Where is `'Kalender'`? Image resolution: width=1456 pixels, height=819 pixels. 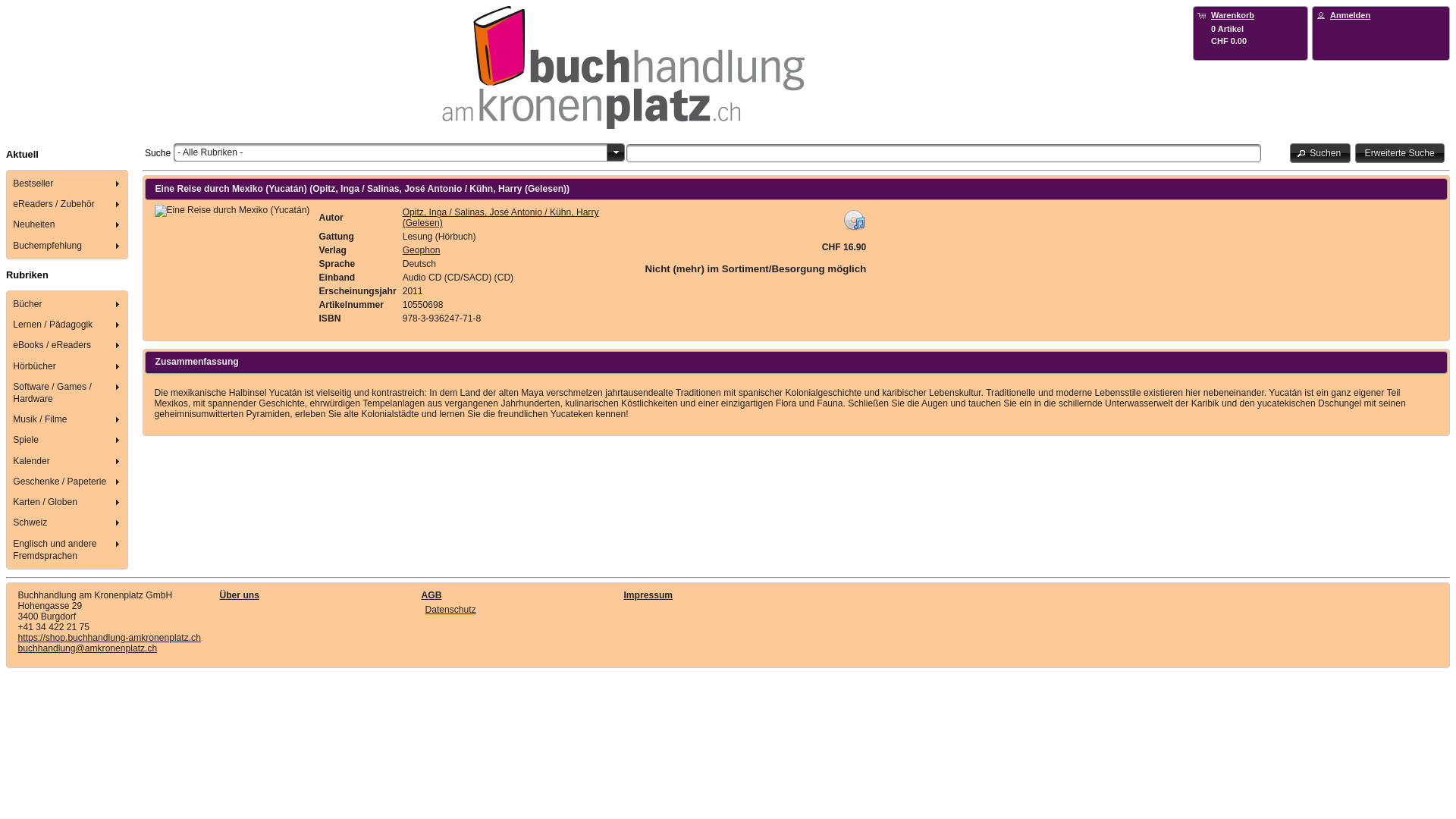 'Kalender' is located at coordinates (67, 460).